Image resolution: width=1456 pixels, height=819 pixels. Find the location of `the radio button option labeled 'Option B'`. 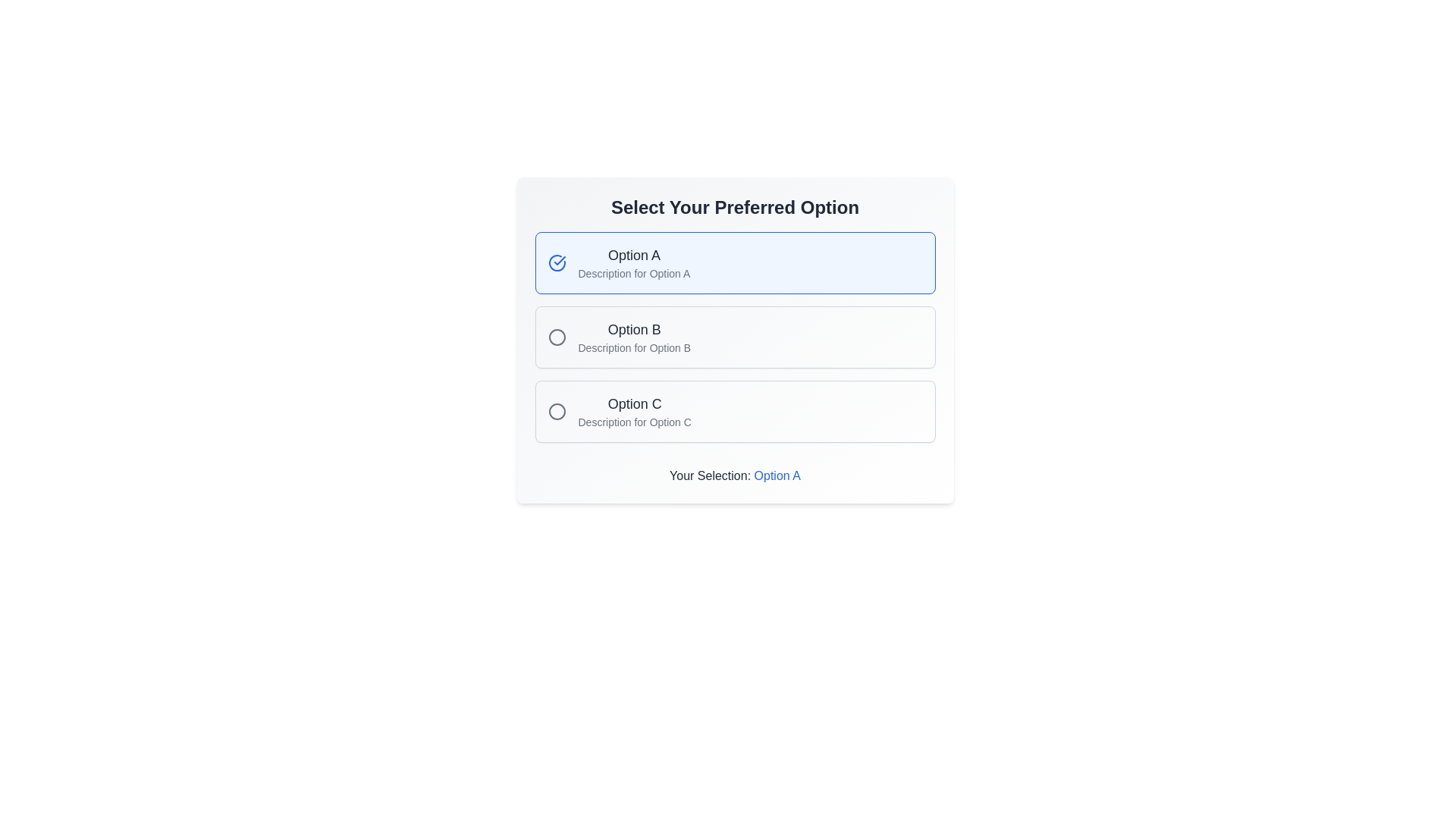

the radio button option labeled 'Option B' is located at coordinates (735, 336).